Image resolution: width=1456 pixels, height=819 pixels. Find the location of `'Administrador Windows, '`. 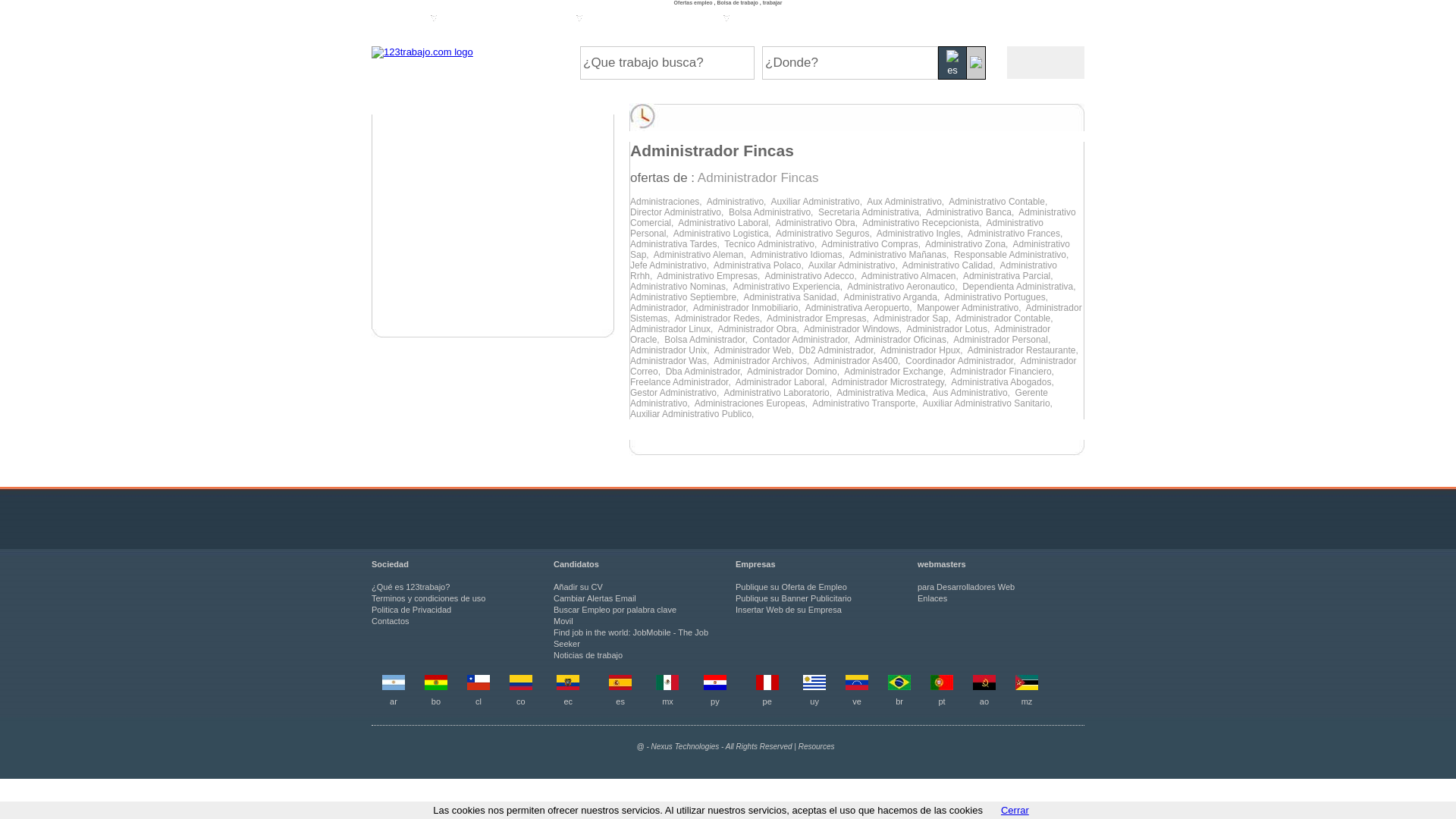

'Administrador Windows, ' is located at coordinates (855, 328).